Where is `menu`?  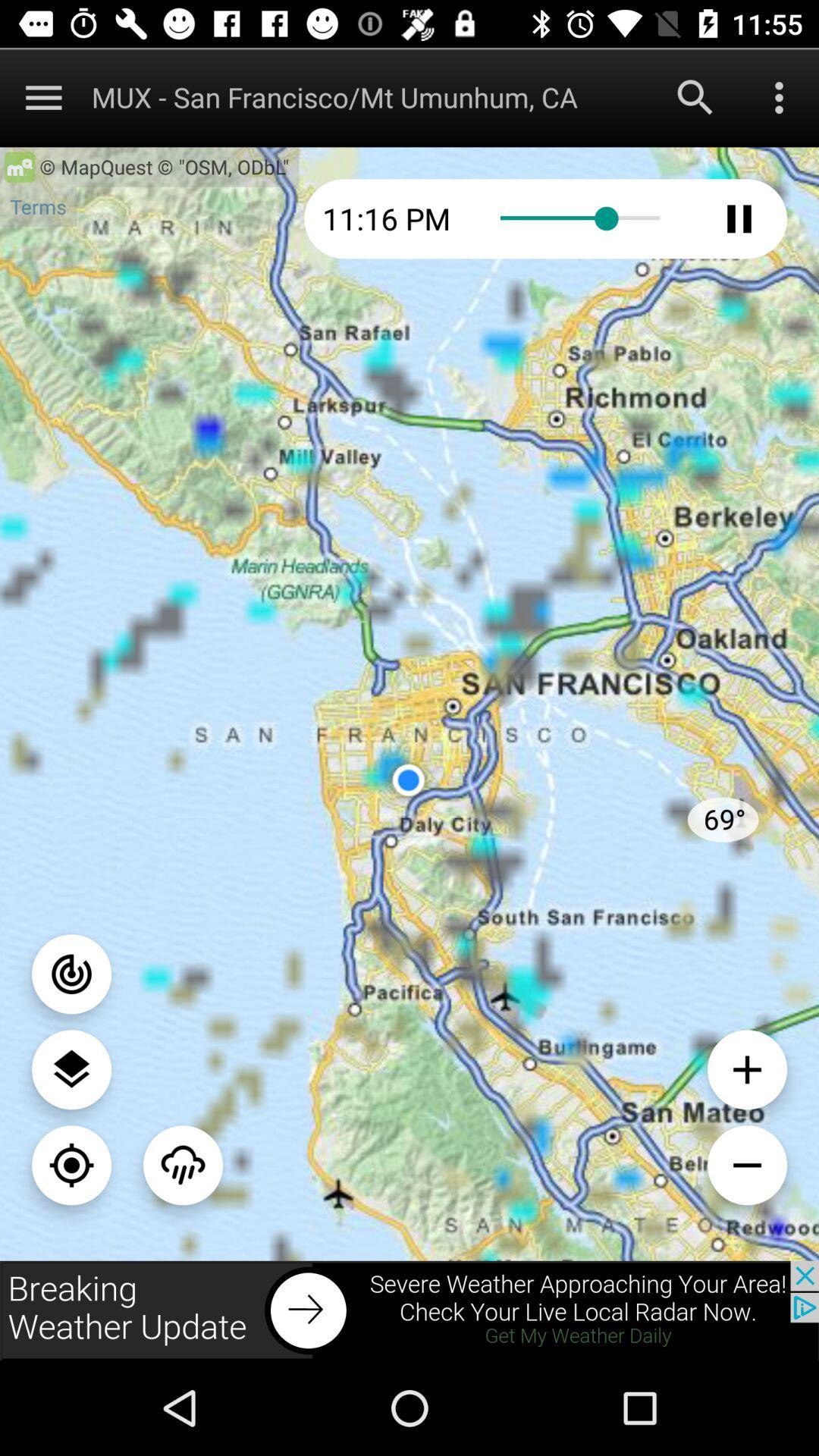
menu is located at coordinates (182, 1164).